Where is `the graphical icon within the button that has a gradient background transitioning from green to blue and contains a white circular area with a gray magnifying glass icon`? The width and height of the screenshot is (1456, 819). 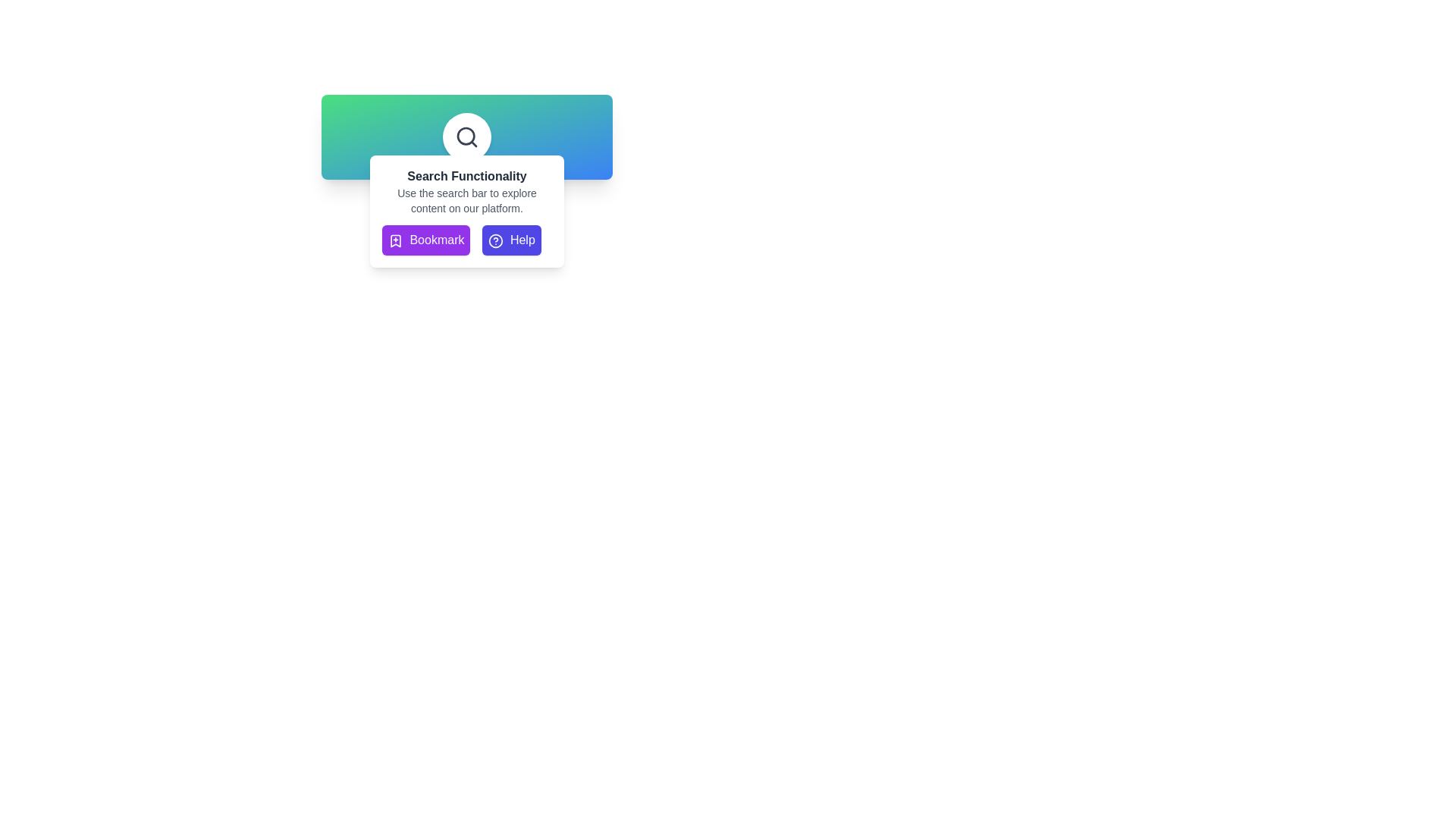
the graphical icon within the button that has a gradient background transitioning from green to blue and contains a white circular area with a gray magnifying glass icon is located at coordinates (466, 137).